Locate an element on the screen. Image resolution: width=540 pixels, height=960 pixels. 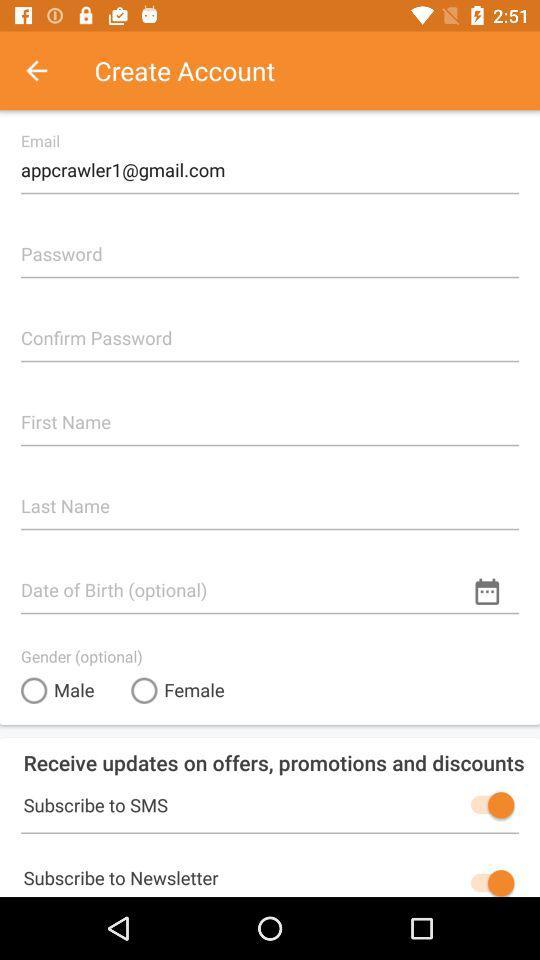
icon next to create account icon is located at coordinates (47, 70).